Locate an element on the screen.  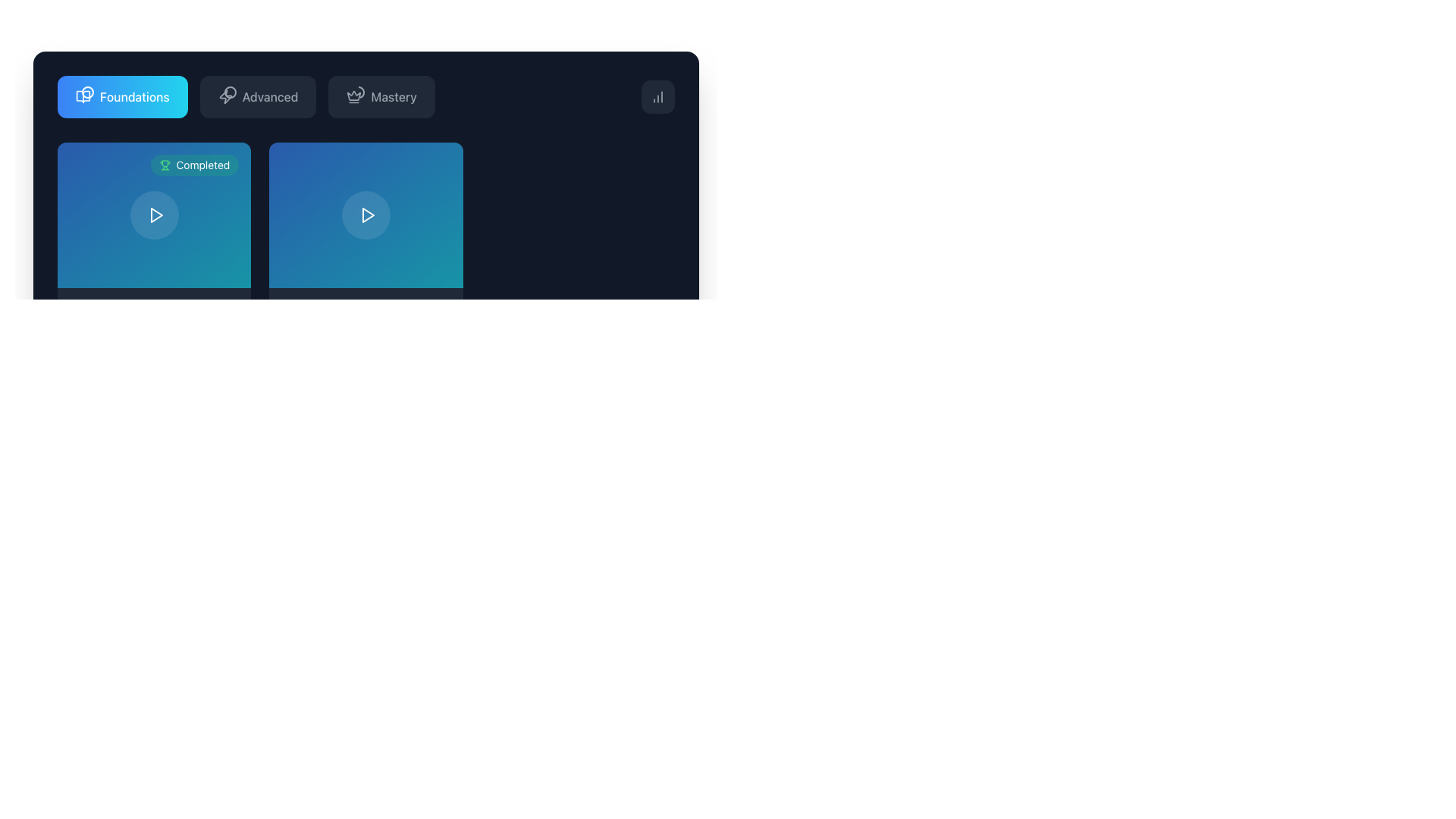
the play button in the center of the second visual card representing a topic or module located under the 'Foundations' section is located at coordinates (366, 278).